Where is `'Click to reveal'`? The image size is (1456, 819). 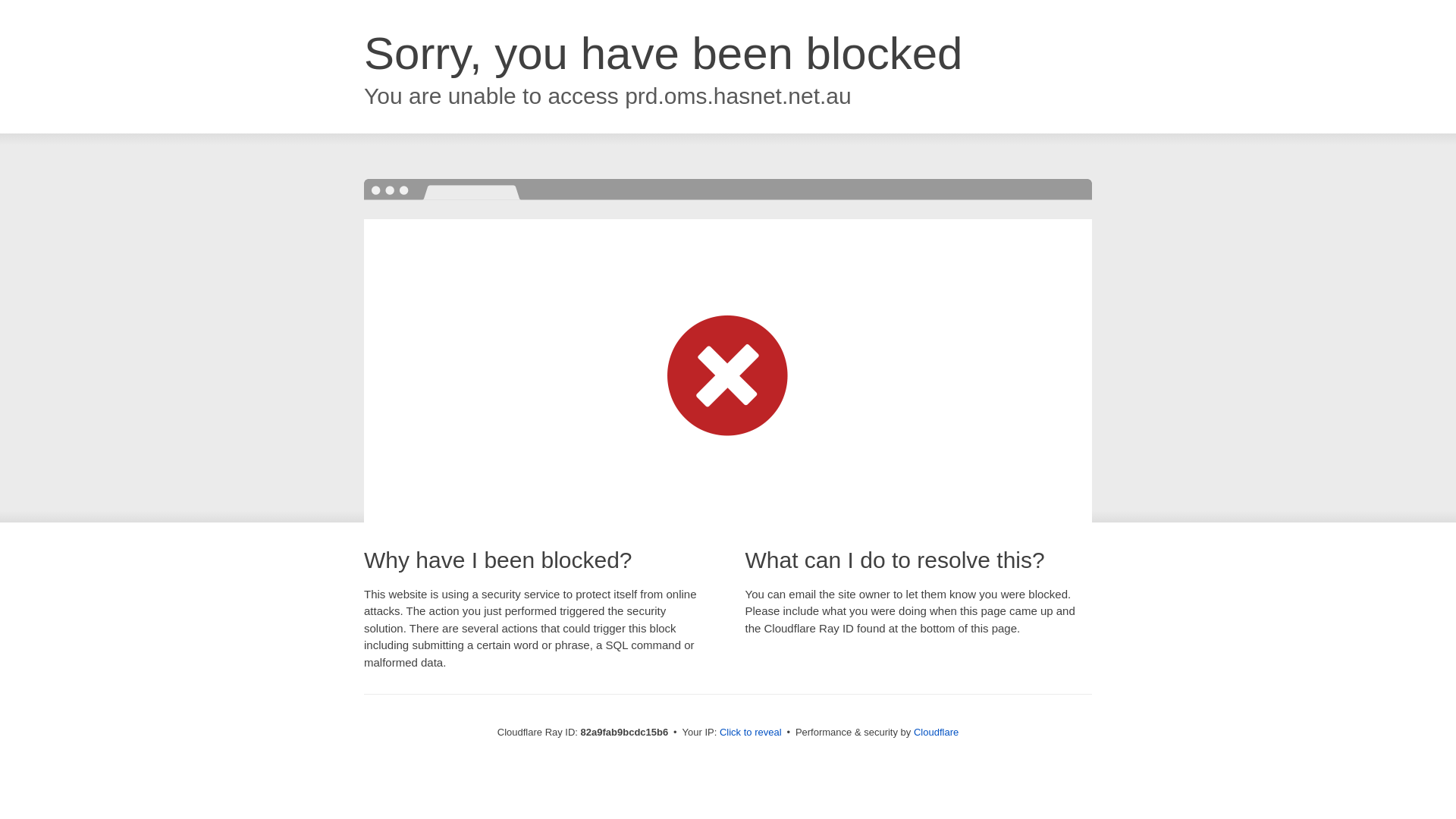
'Click to reveal' is located at coordinates (719, 731).